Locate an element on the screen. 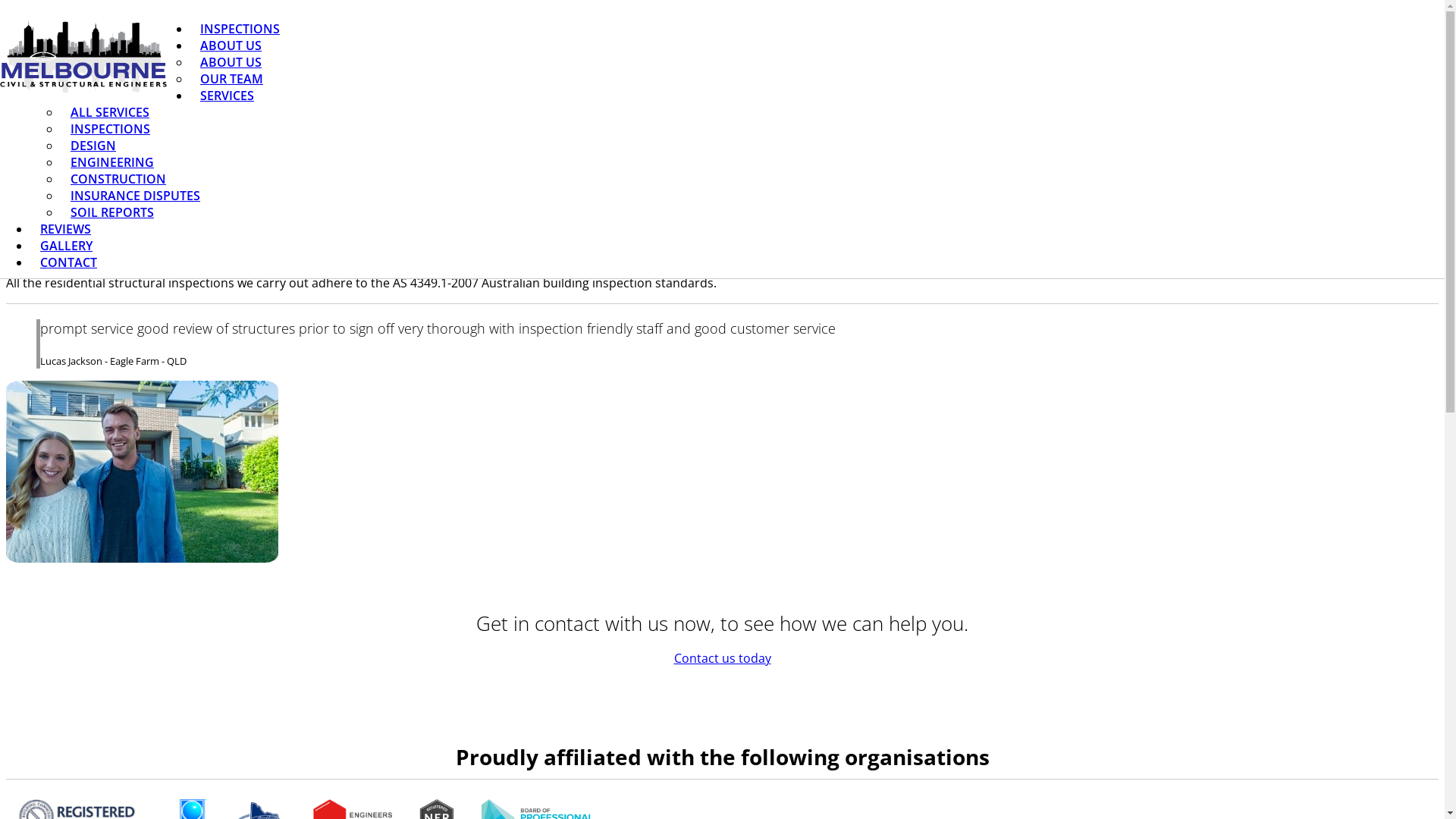 Image resolution: width=1456 pixels, height=819 pixels. 'OUR TEAM' is located at coordinates (231, 79).